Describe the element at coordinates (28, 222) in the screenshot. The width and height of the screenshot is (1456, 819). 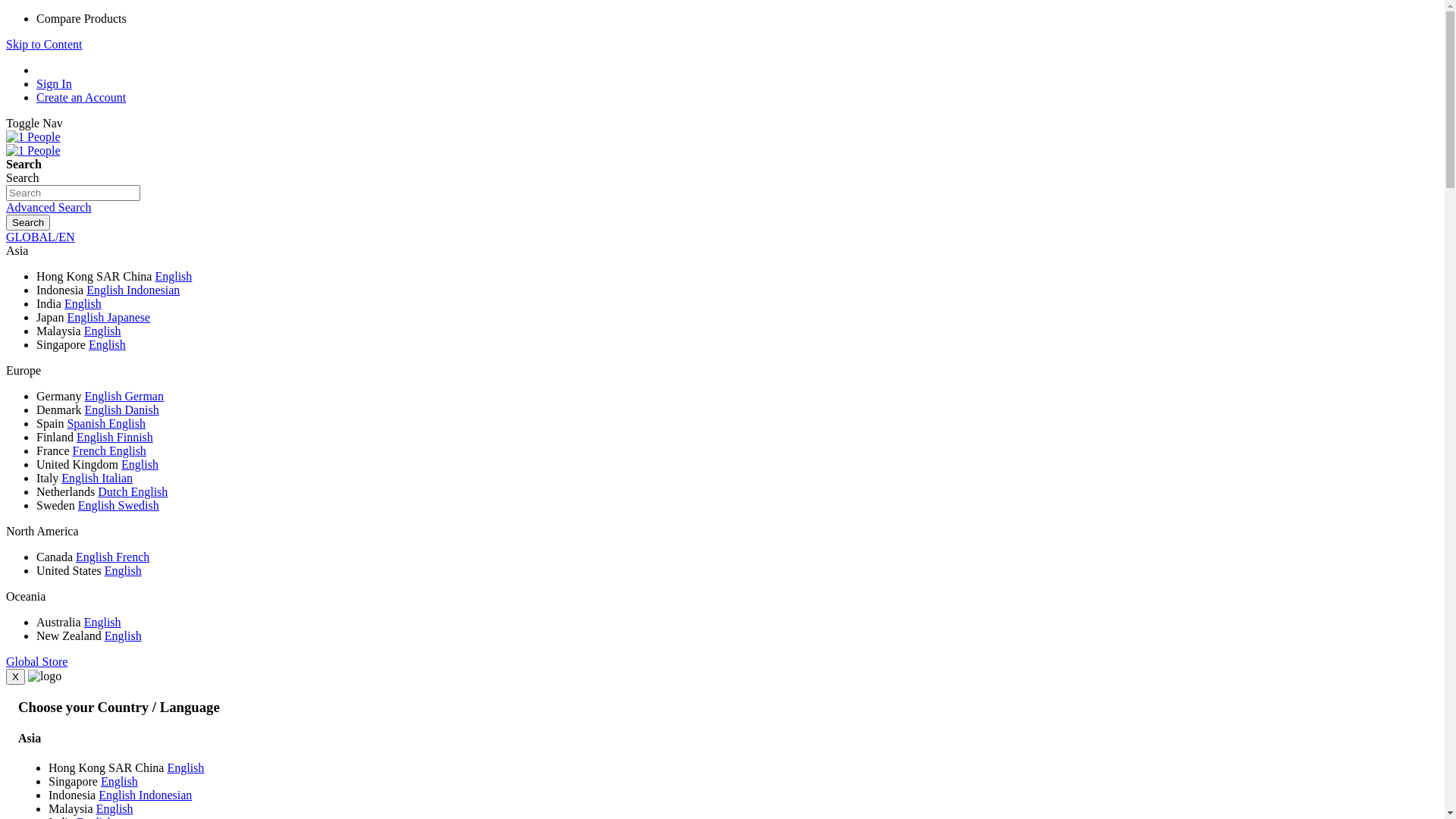
I see `'Search'` at that location.